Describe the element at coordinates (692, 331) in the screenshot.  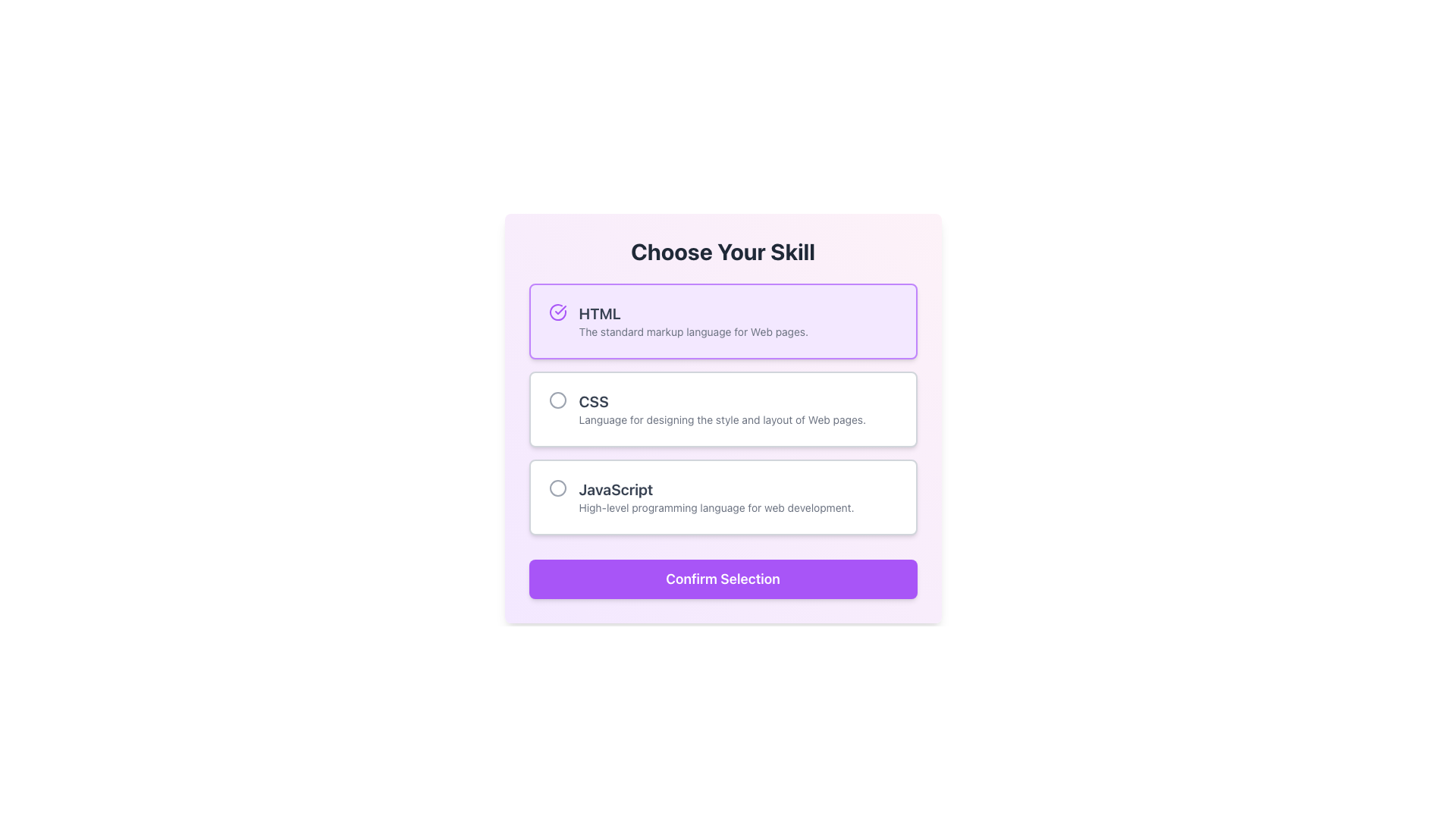
I see `the text label providing descriptive information about 'HTML', located below the 'HTML' text in the purple-bordered area of the skill options` at that location.